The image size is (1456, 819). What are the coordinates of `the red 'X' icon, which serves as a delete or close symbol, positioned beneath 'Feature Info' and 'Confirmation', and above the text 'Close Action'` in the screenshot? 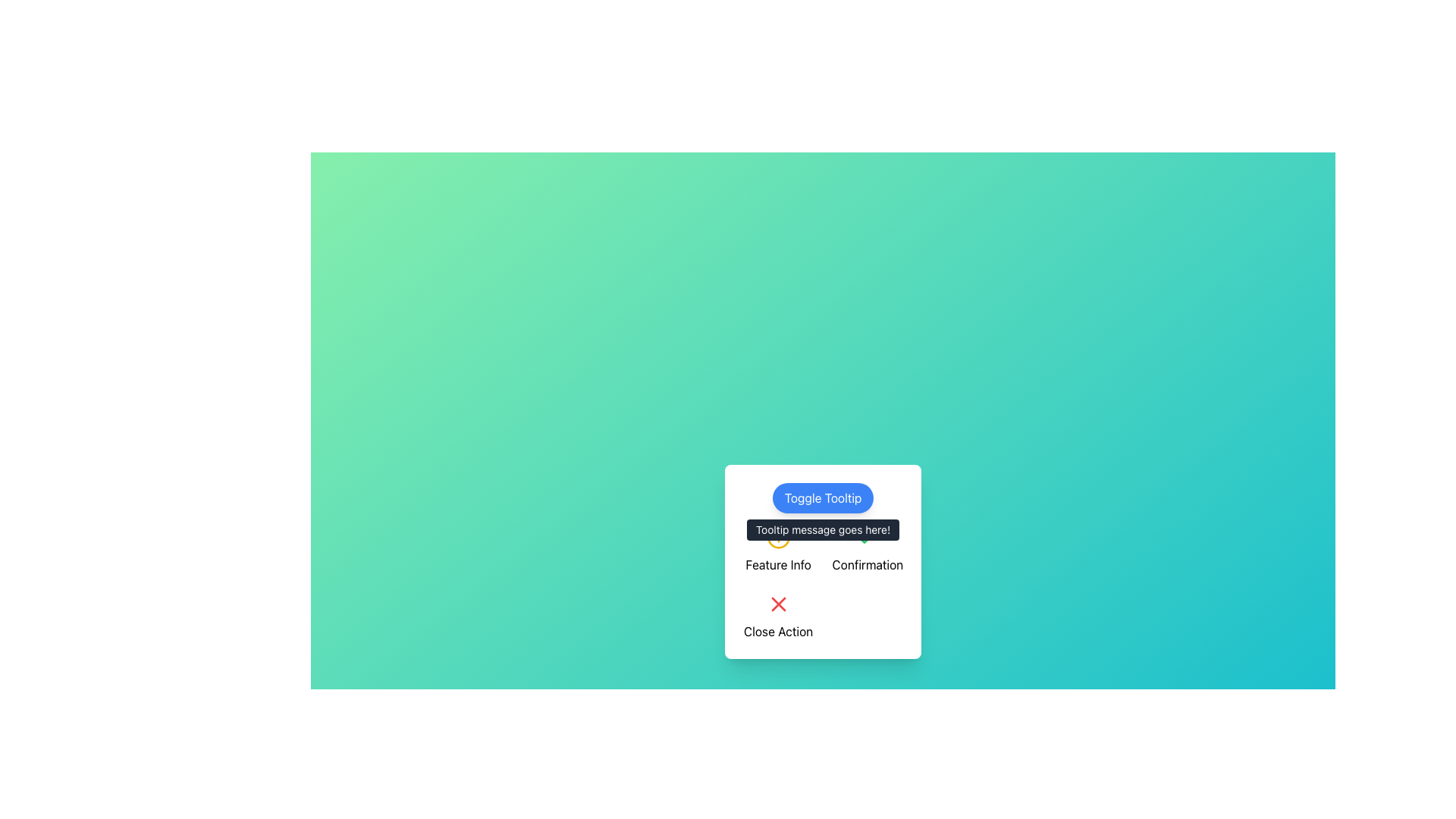 It's located at (778, 604).